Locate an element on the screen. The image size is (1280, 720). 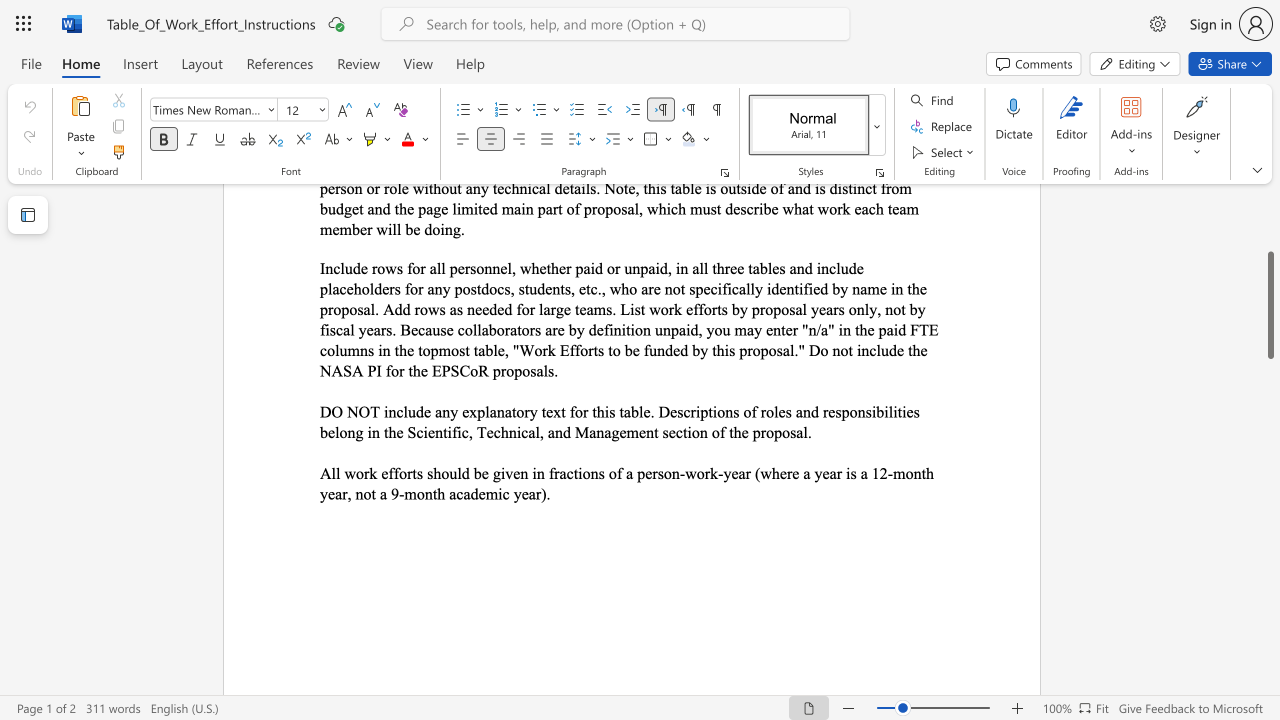
the scrollbar and move down 190 pixels is located at coordinates (1269, 305).